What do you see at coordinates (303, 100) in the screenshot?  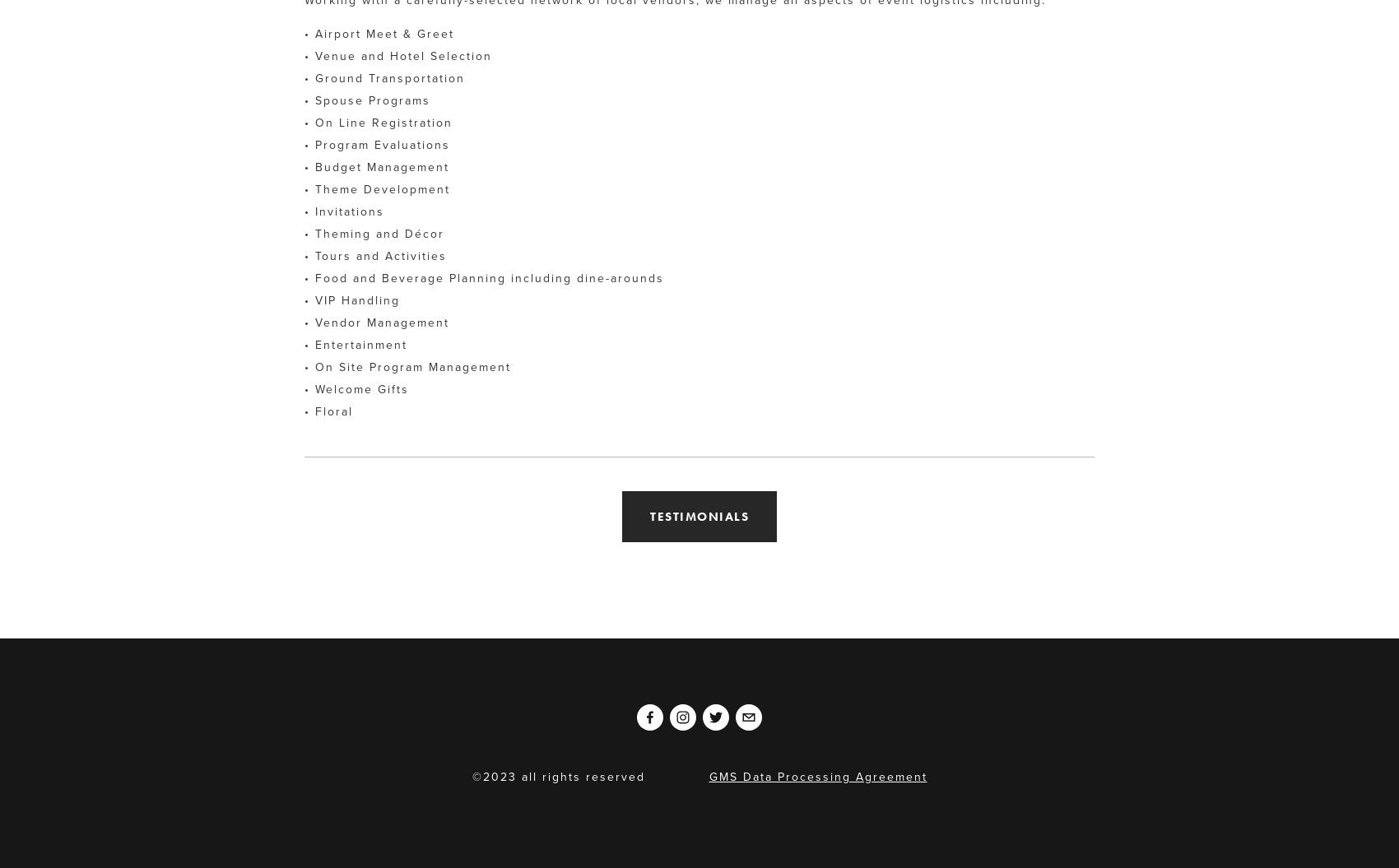 I see `'• Spouse Programs'` at bounding box center [303, 100].